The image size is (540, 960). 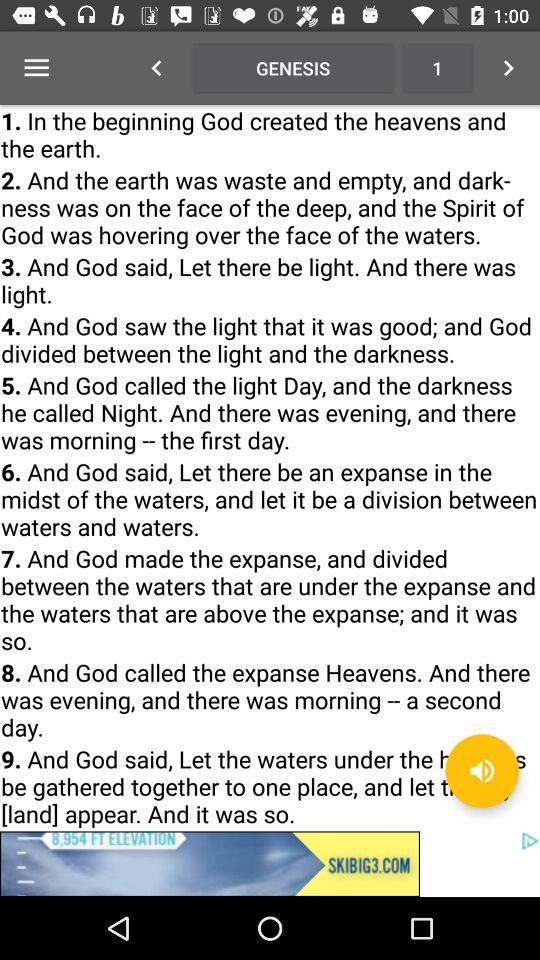 I want to click on the volume icon, so click(x=481, y=769).